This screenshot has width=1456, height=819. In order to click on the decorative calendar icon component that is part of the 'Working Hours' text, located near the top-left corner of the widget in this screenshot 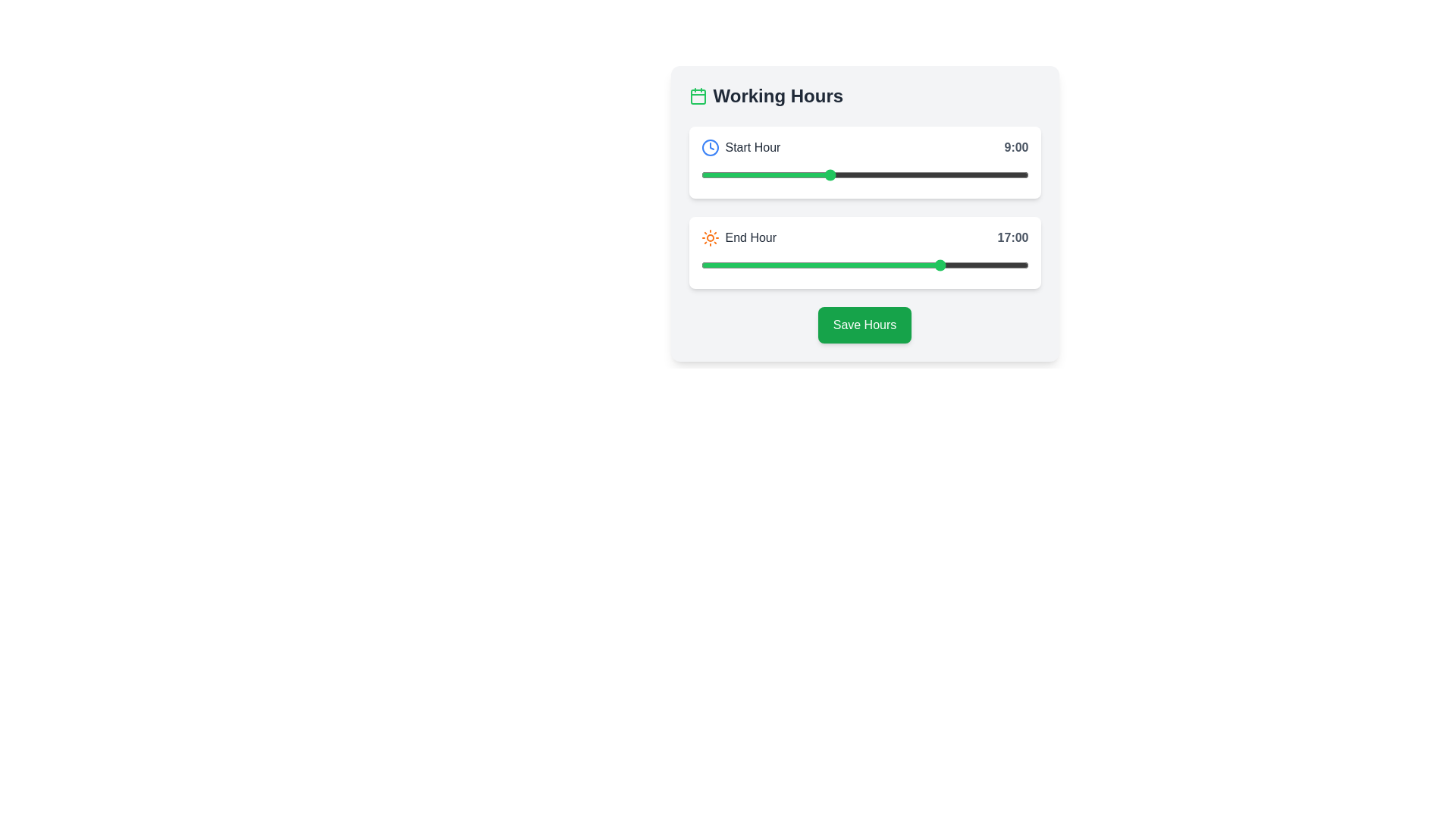, I will do `click(697, 96)`.